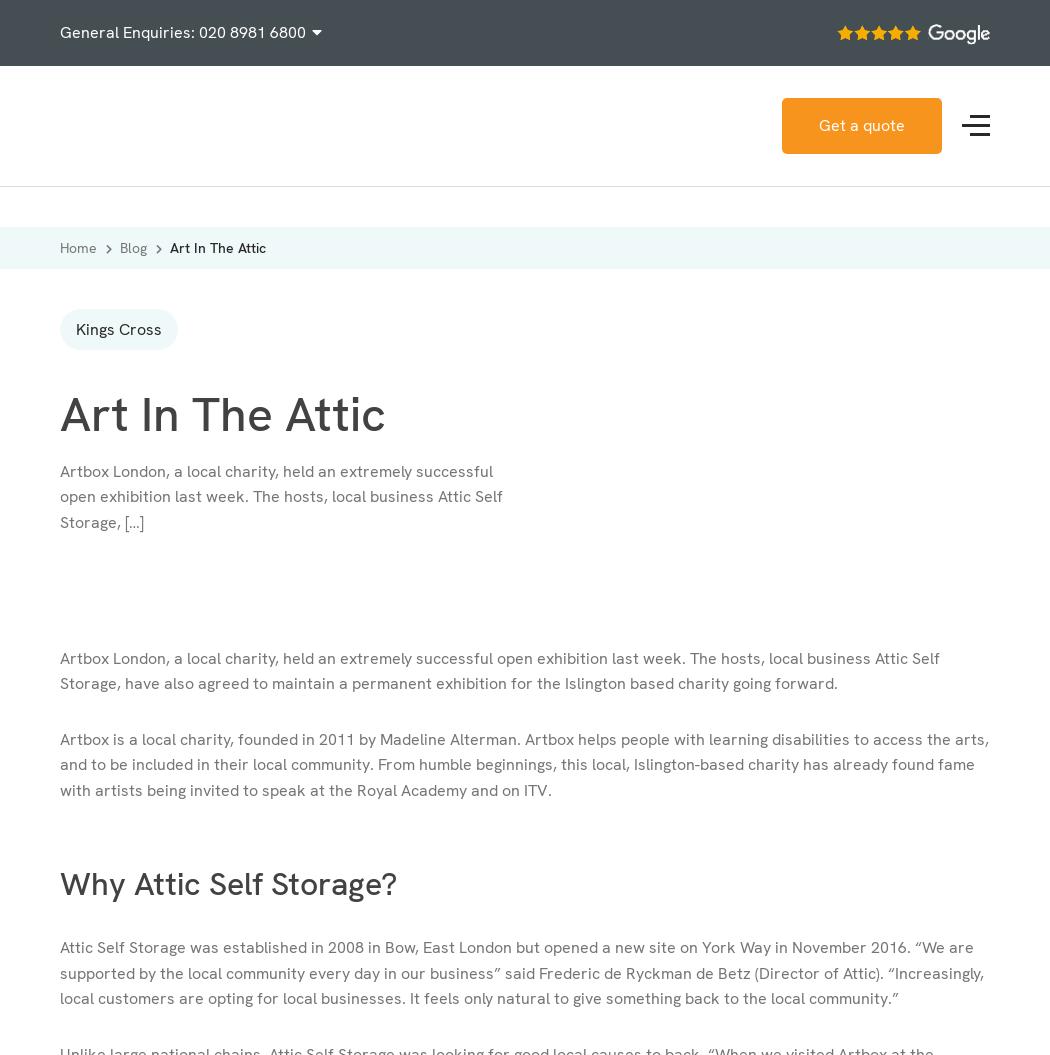 The image size is (1050, 1055). What do you see at coordinates (58, 248) in the screenshot?
I see `'Home'` at bounding box center [58, 248].